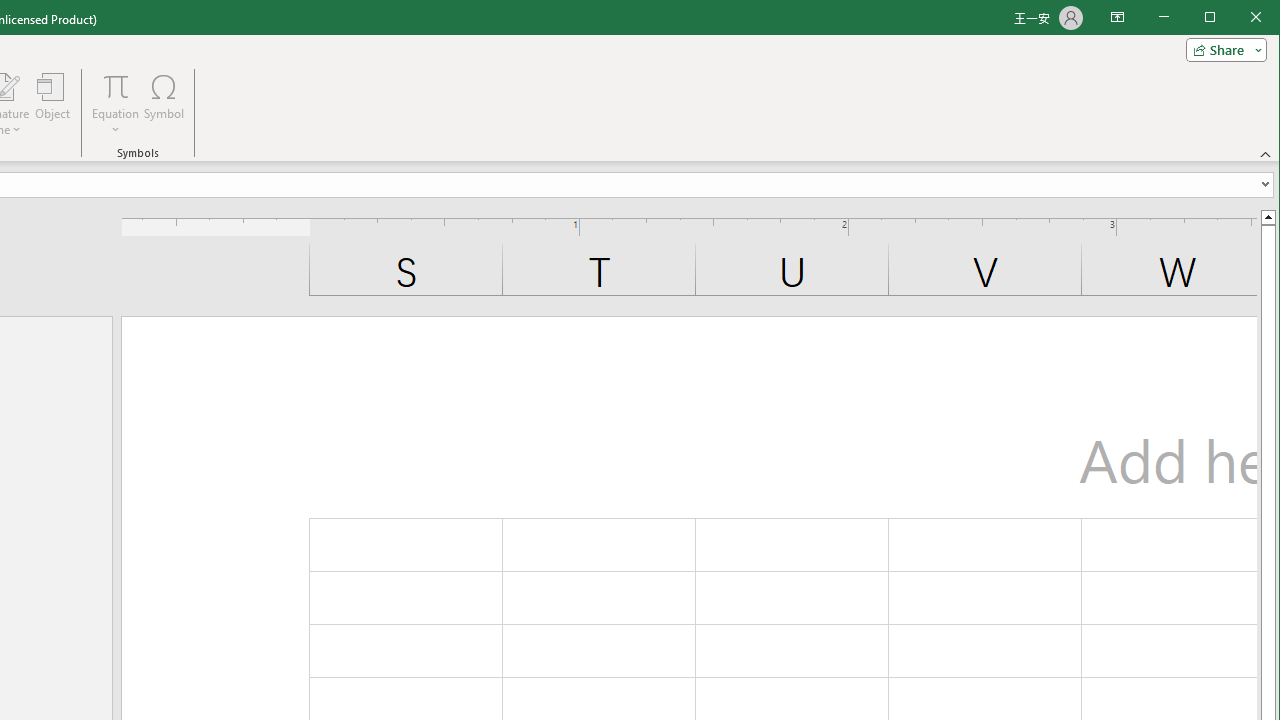  What do you see at coordinates (114, 123) in the screenshot?
I see `'More Options'` at bounding box center [114, 123].